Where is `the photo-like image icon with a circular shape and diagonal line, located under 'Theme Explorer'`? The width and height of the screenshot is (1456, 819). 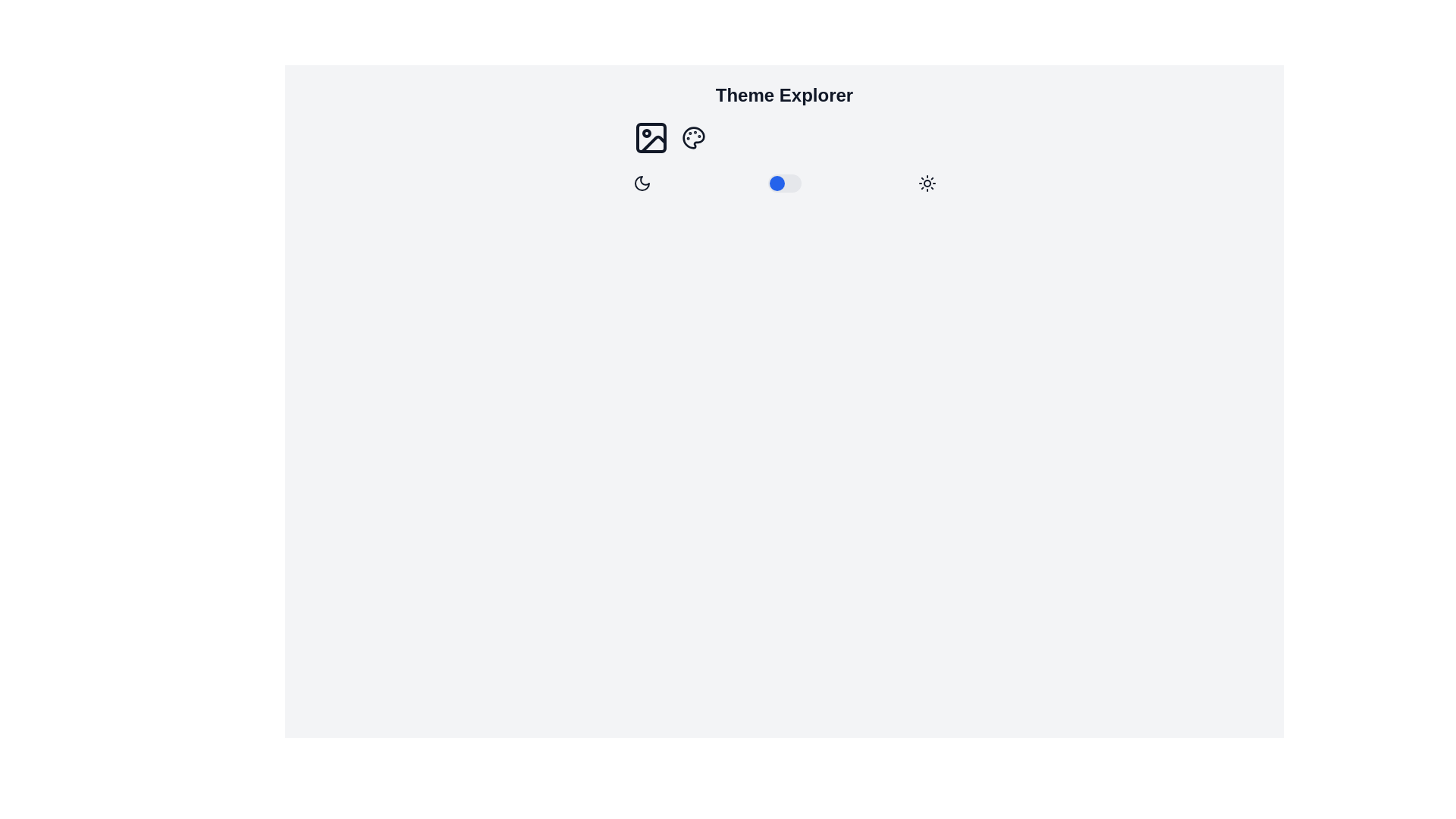
the photo-like image icon with a circular shape and diagonal line, located under 'Theme Explorer' is located at coordinates (651, 137).